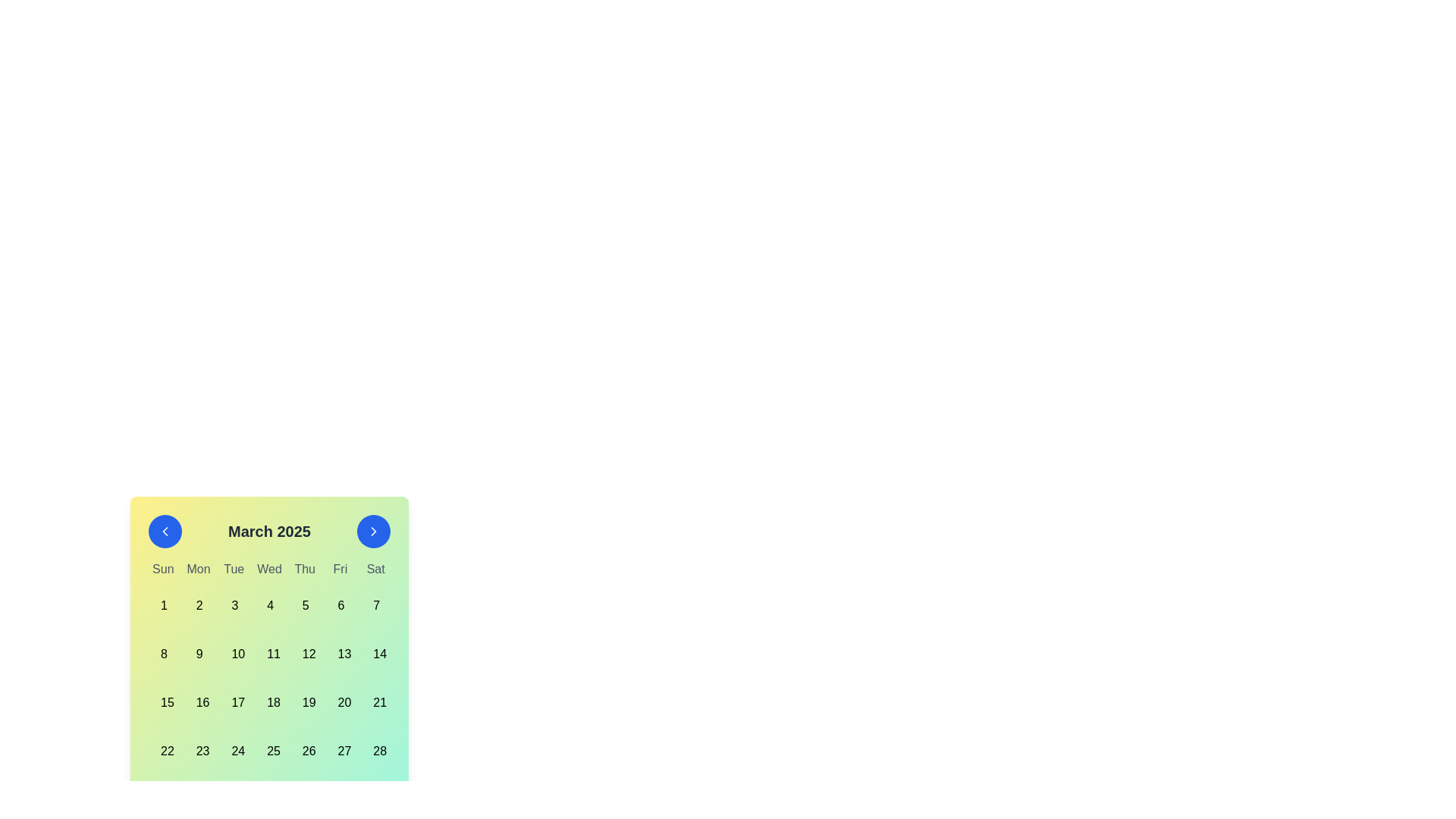  Describe the element at coordinates (233, 752) in the screenshot. I see `the Calendar Day Item representing the date 24 in the March 2025 calendar, located in the sixth row and fourth column under 'Tue'` at that location.